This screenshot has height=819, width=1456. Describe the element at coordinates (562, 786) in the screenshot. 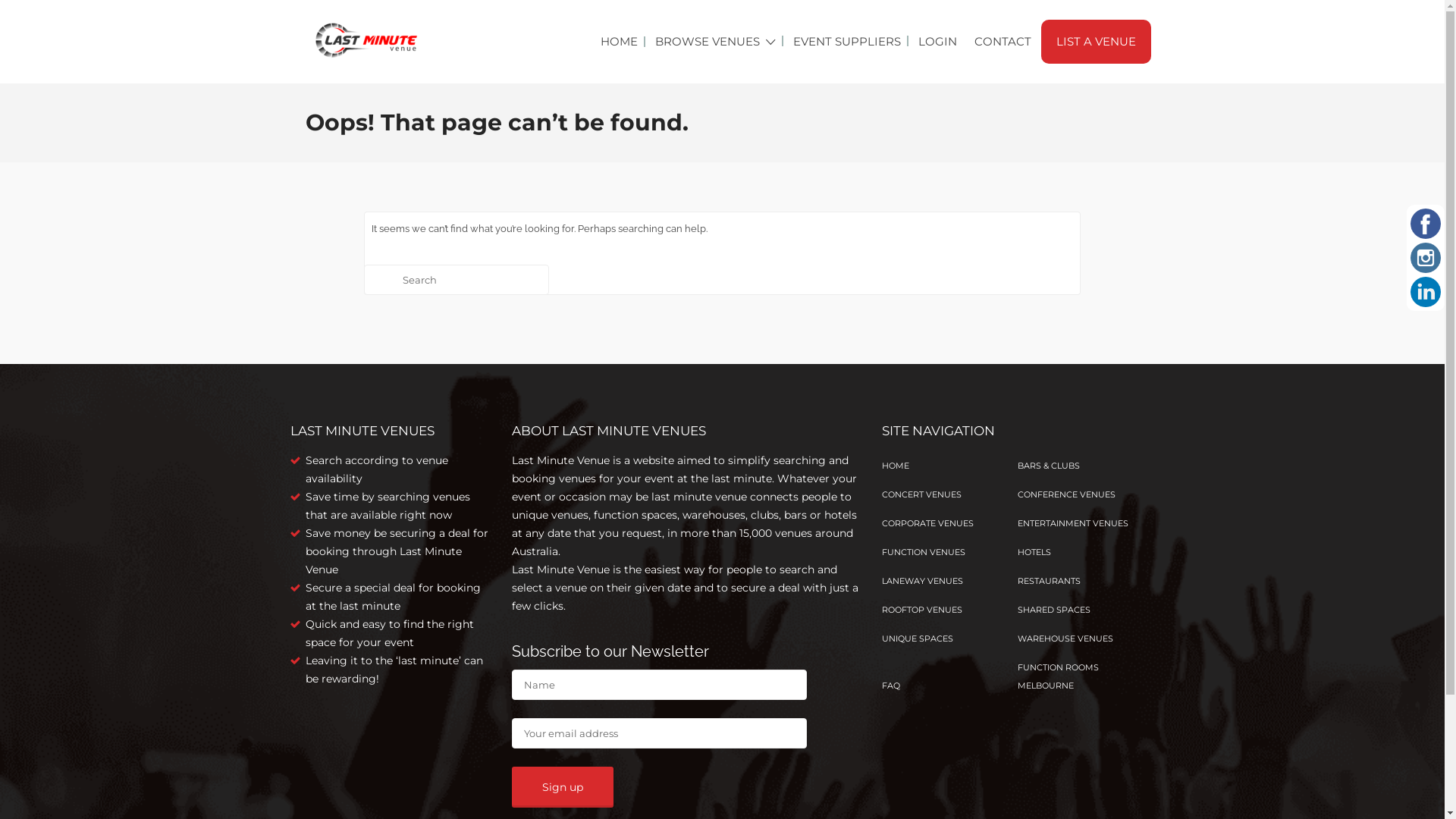

I see `'Sign up'` at that location.